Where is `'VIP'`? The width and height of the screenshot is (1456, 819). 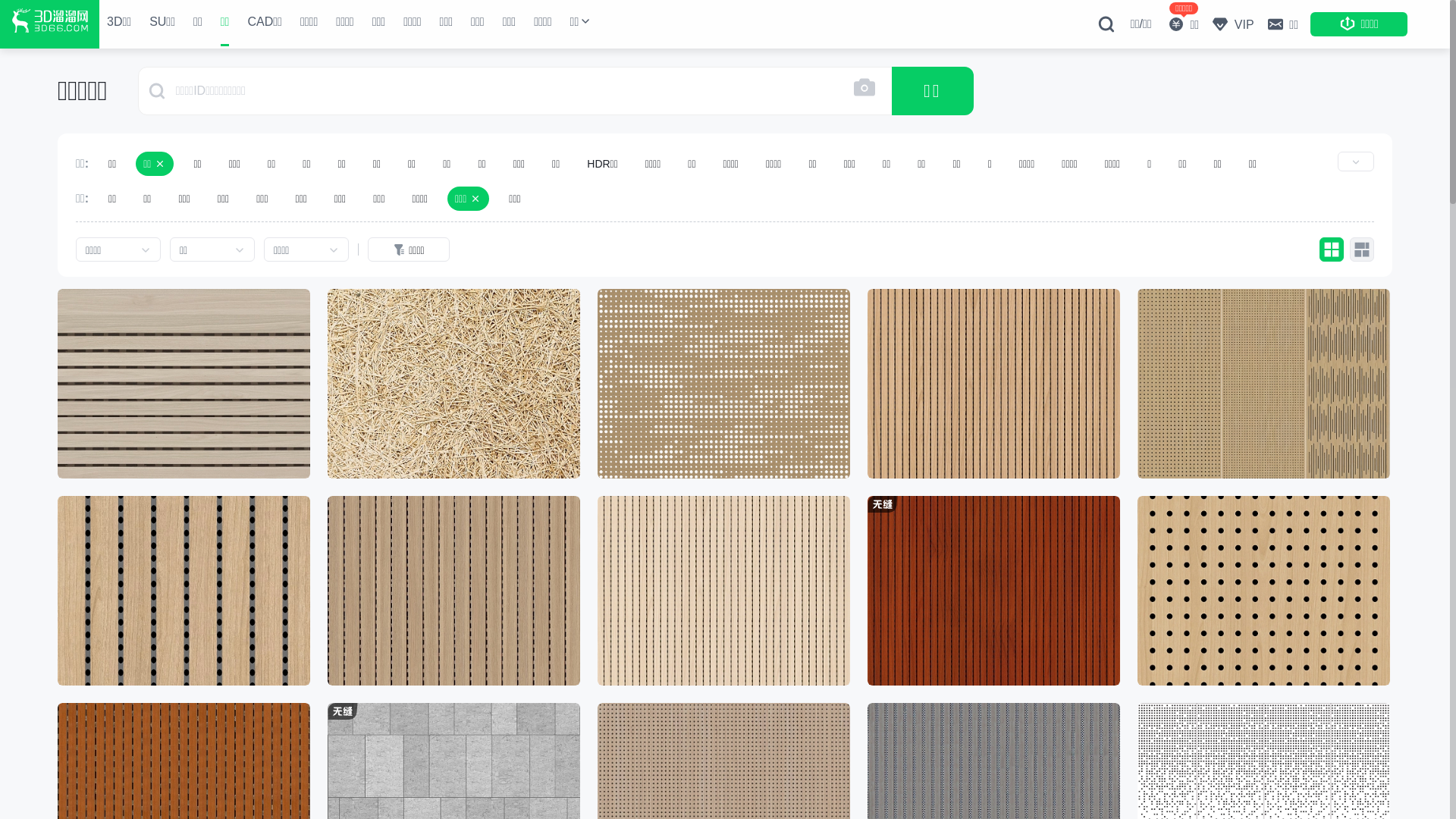
'VIP' is located at coordinates (1232, 24).